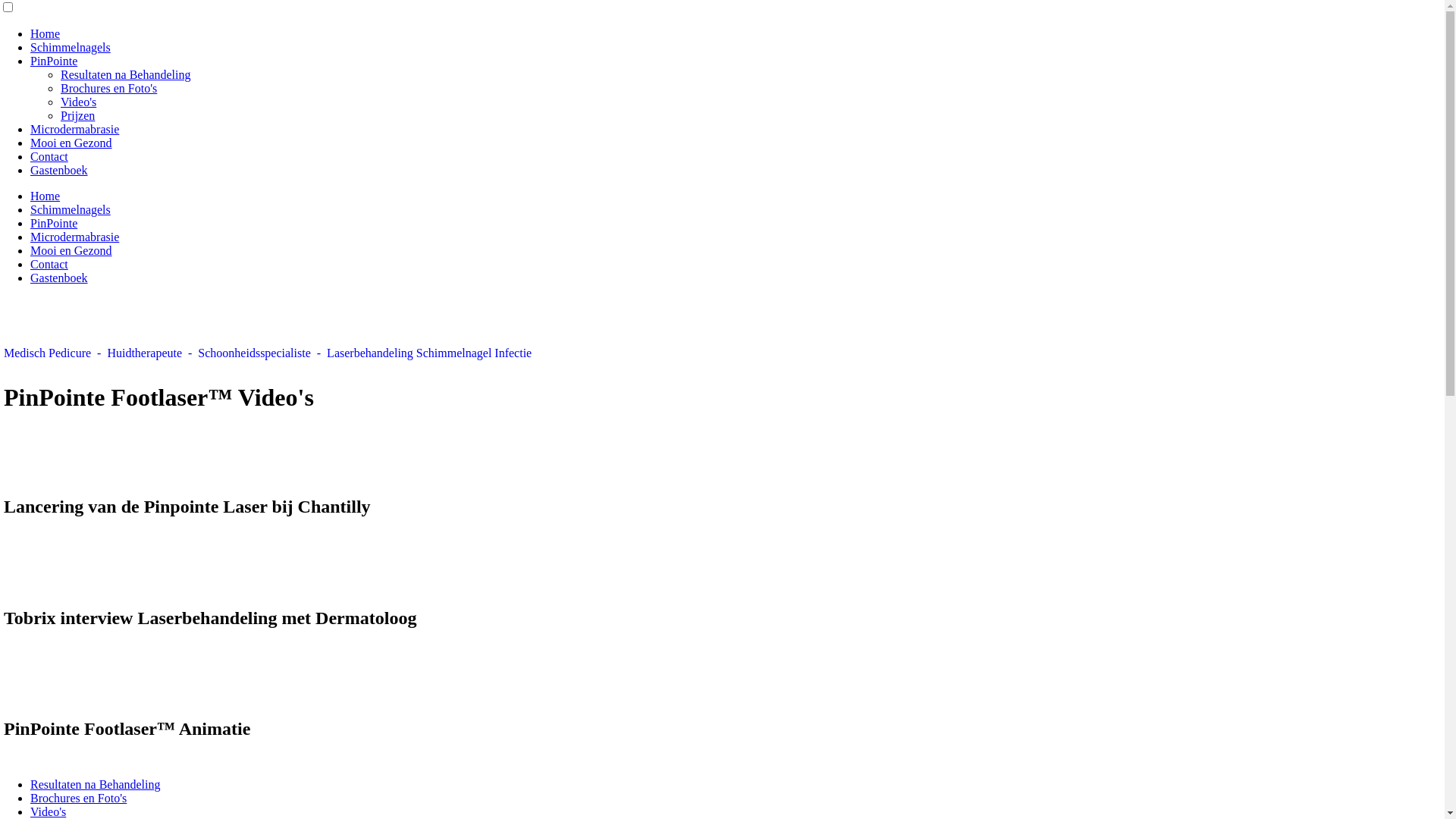  Describe the element at coordinates (108, 88) in the screenshot. I see `'Brochures en Foto's'` at that location.